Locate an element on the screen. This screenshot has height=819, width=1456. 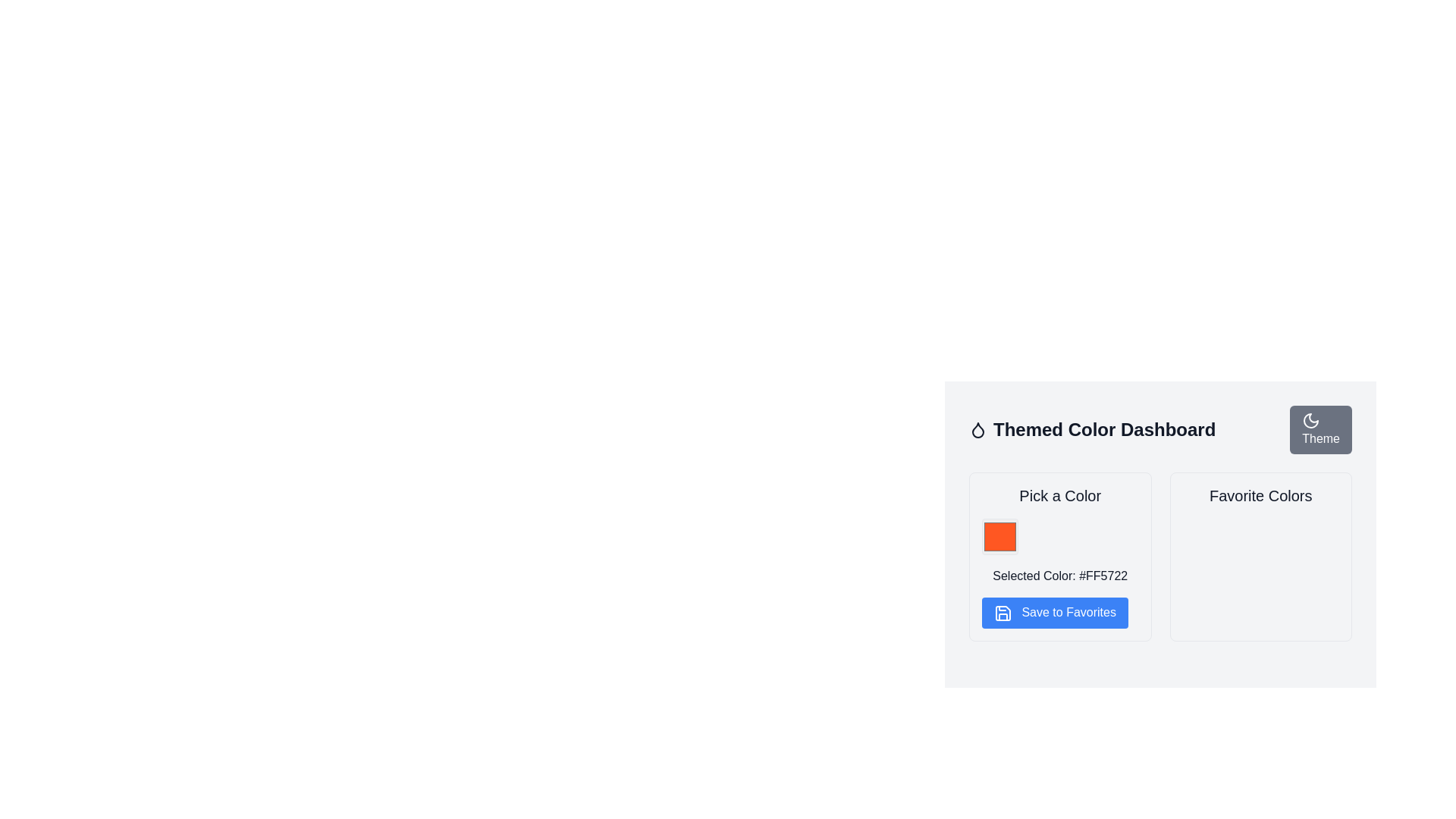
the Text Label that serves as a section heading for the color selection feature, which is positioned above the color selection box and the 'Save to Favorites' button is located at coordinates (1059, 496).